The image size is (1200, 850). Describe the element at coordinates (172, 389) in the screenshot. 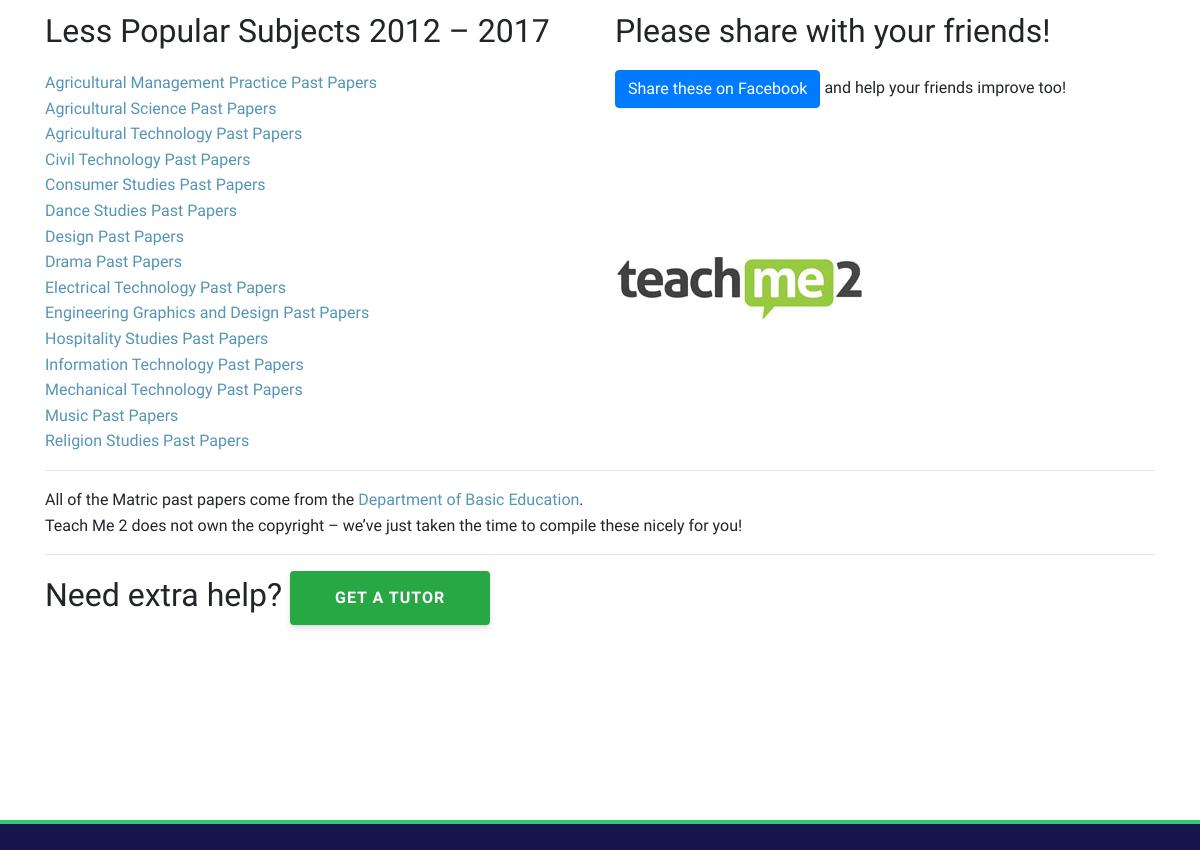

I see `'Mechanical Technology Past Papers'` at that location.